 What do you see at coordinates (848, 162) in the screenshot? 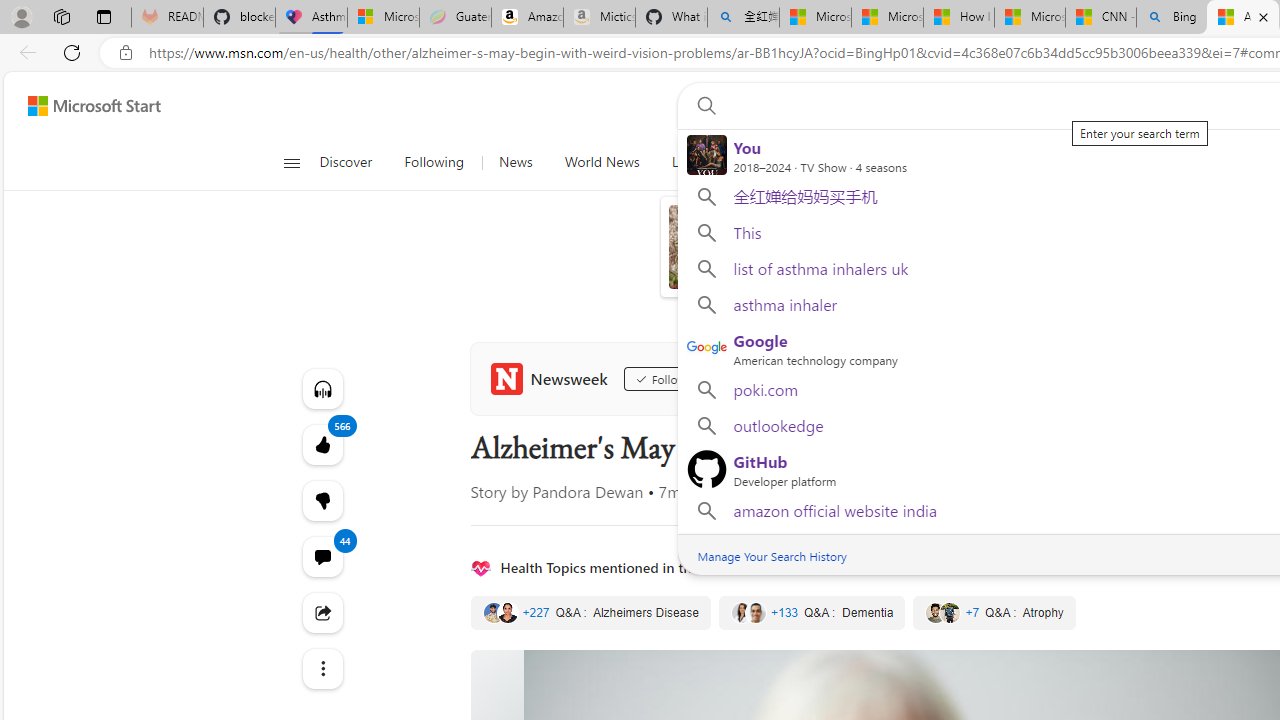
I see `'Technology'` at bounding box center [848, 162].